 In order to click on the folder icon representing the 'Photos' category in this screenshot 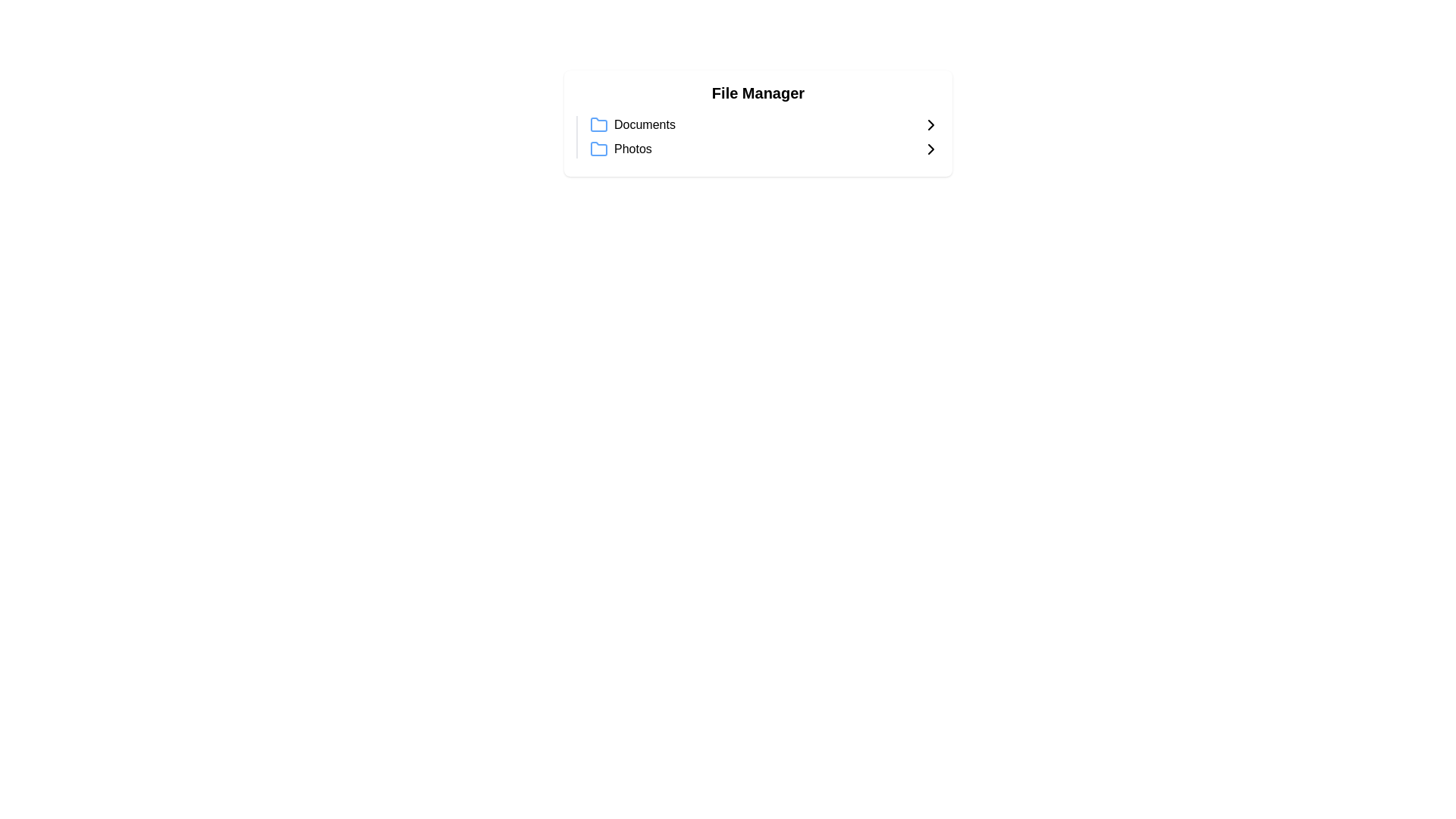, I will do `click(598, 149)`.